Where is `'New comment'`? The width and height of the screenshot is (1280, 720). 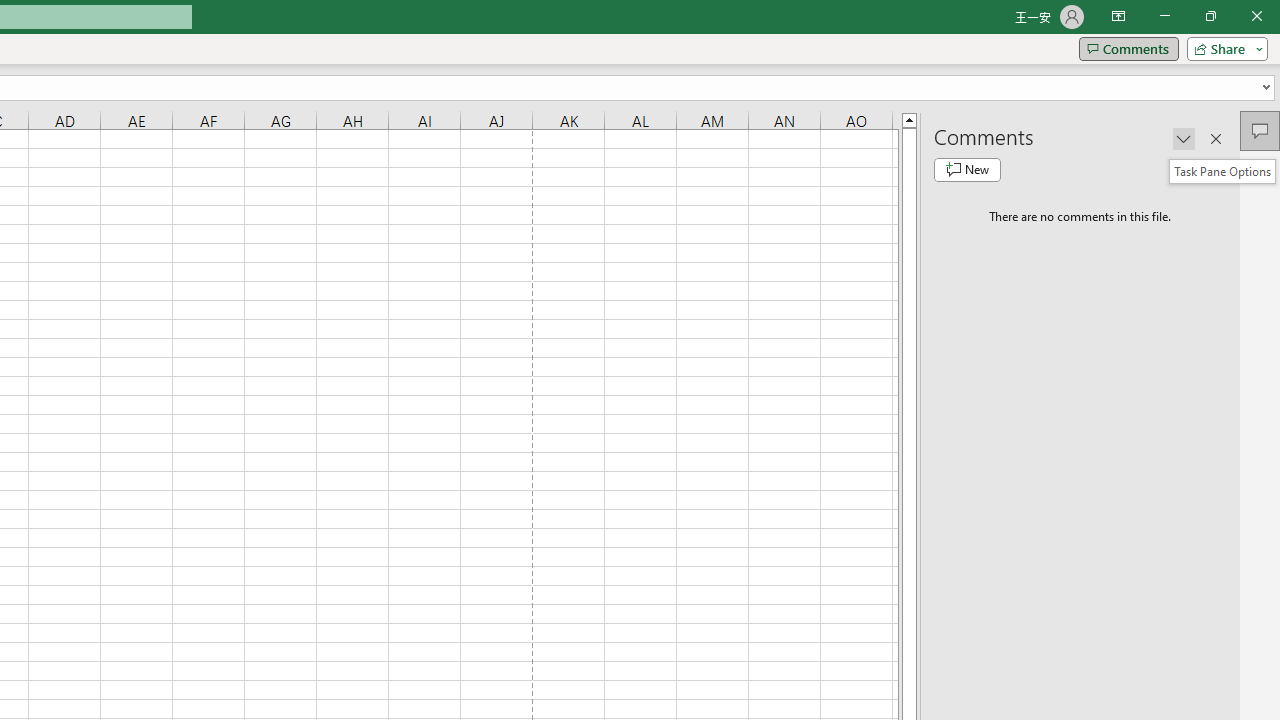 'New comment' is located at coordinates (967, 168).